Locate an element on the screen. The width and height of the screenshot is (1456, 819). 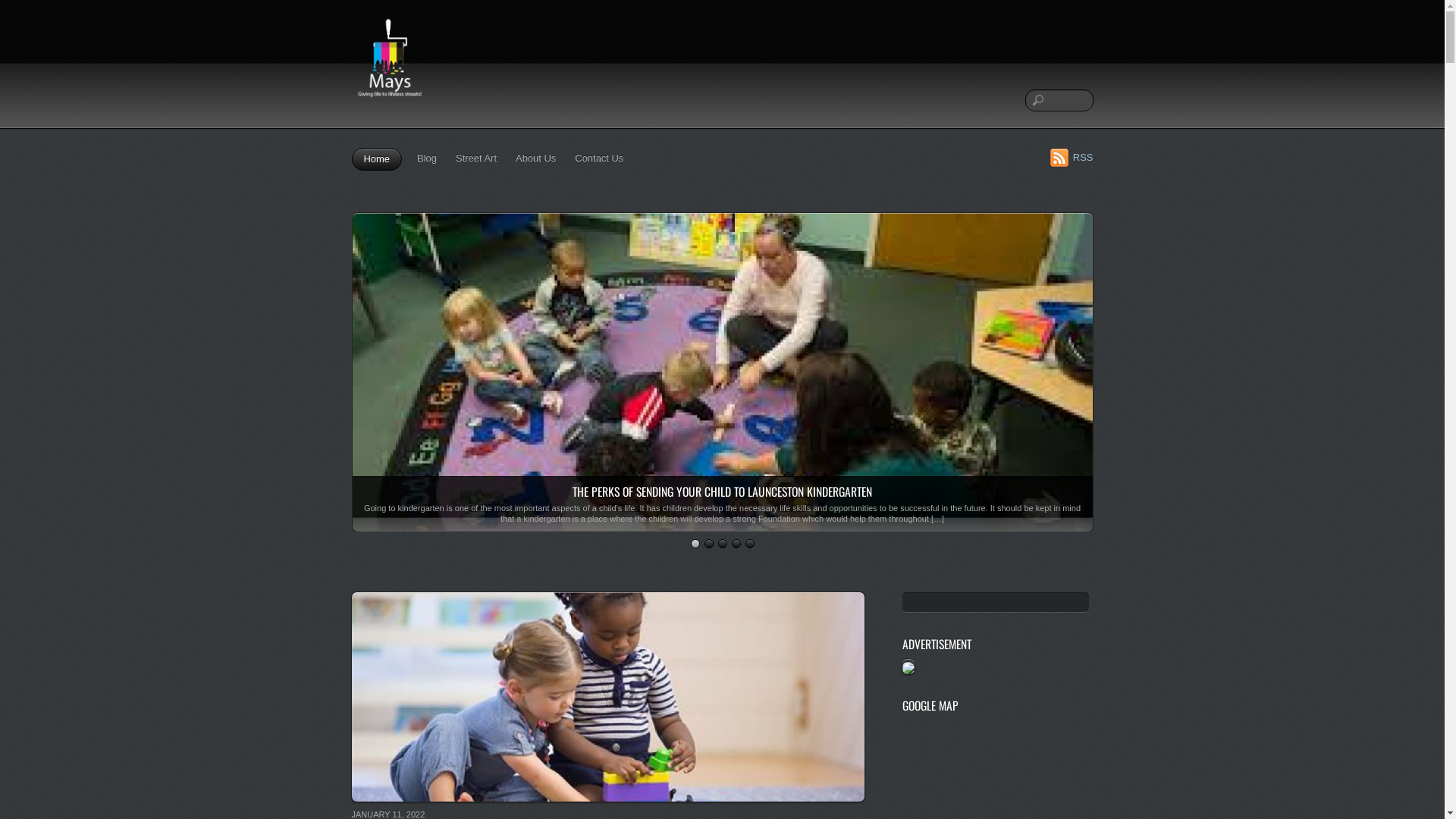
'RSS' is located at coordinates (1071, 157).